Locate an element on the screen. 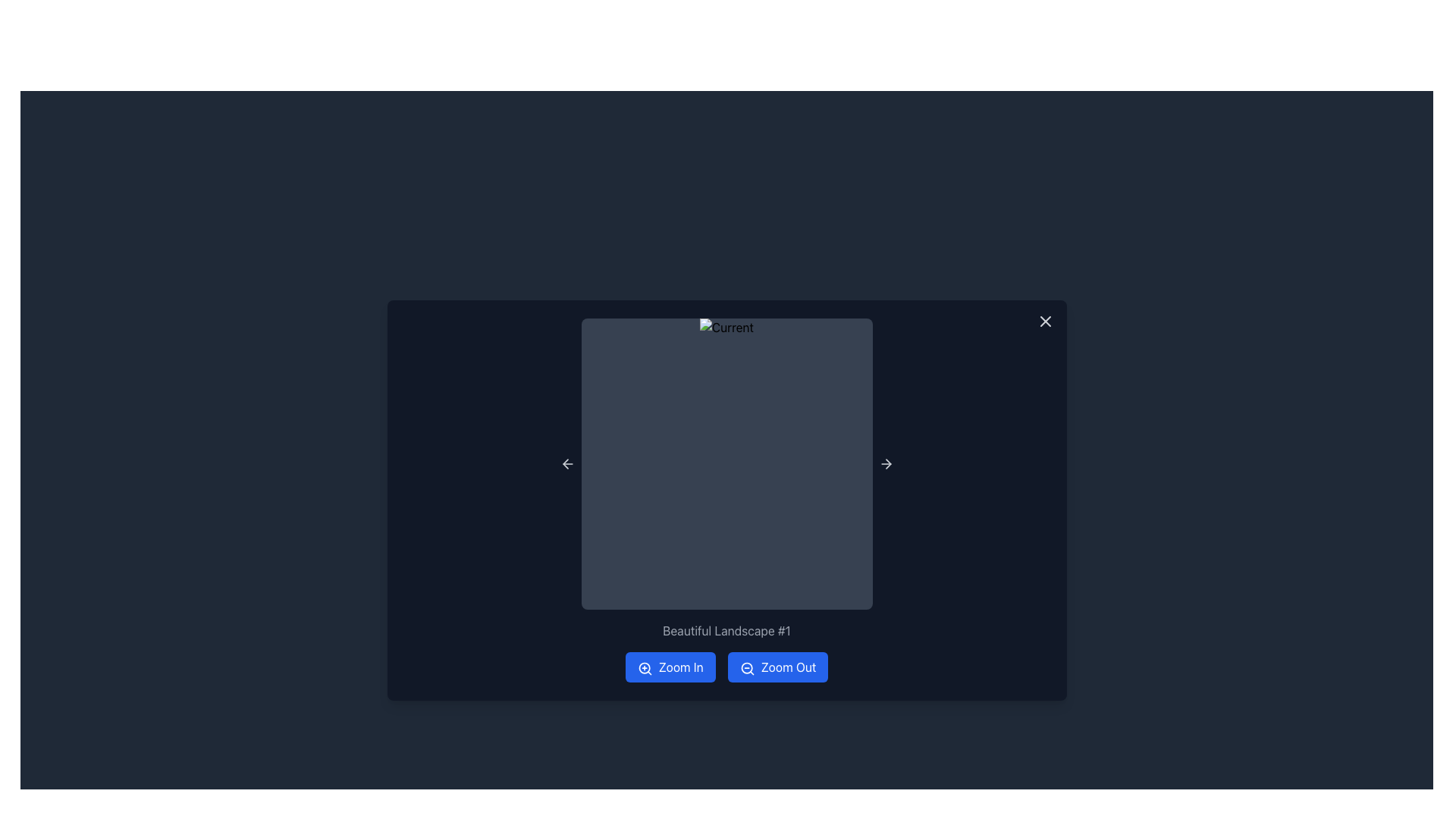  the zoom-in icon located to the left of the 'Zoom In' button at the bottom center of the interface is located at coordinates (645, 667).